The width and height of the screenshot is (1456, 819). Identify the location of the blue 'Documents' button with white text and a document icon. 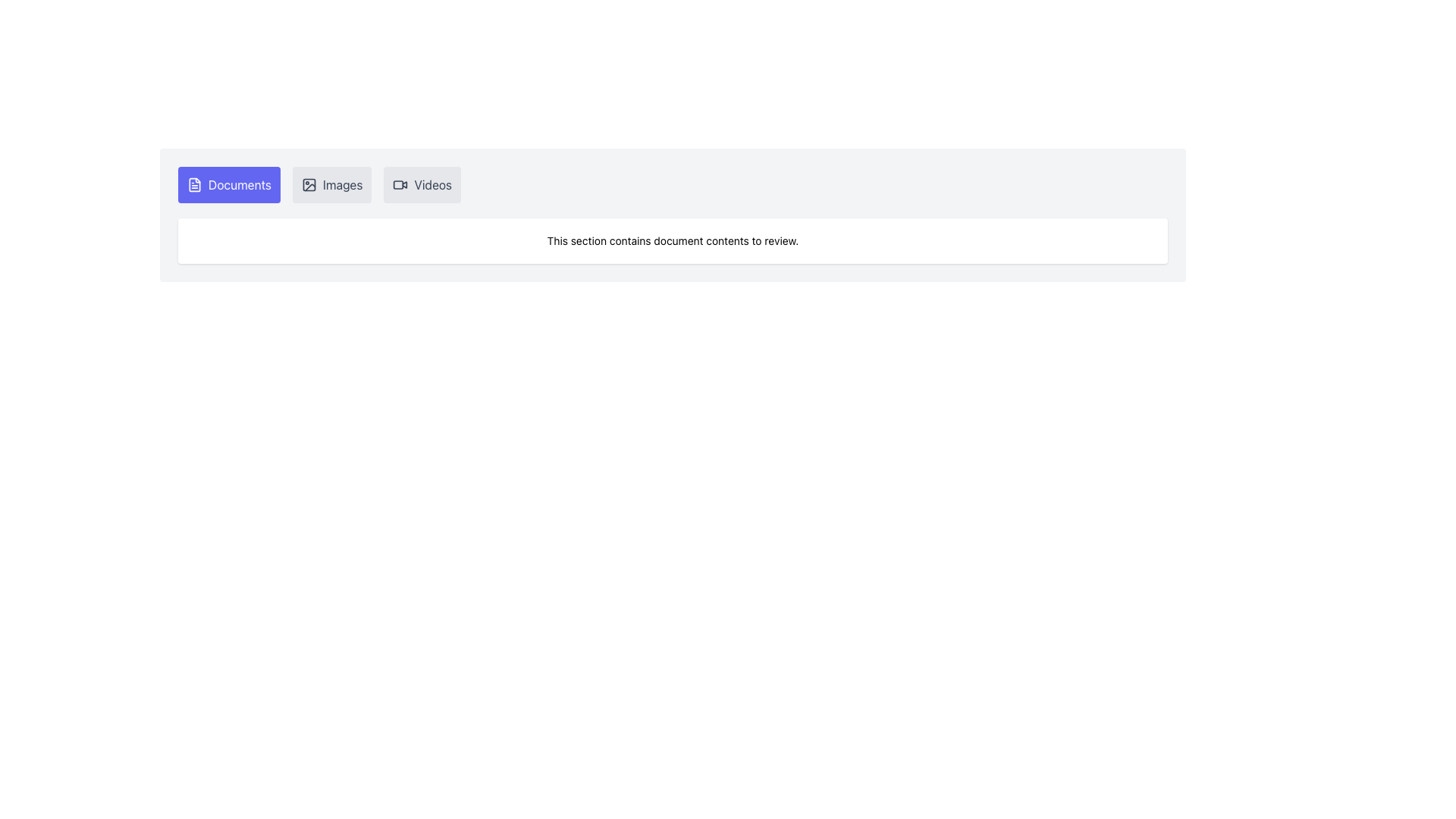
(228, 184).